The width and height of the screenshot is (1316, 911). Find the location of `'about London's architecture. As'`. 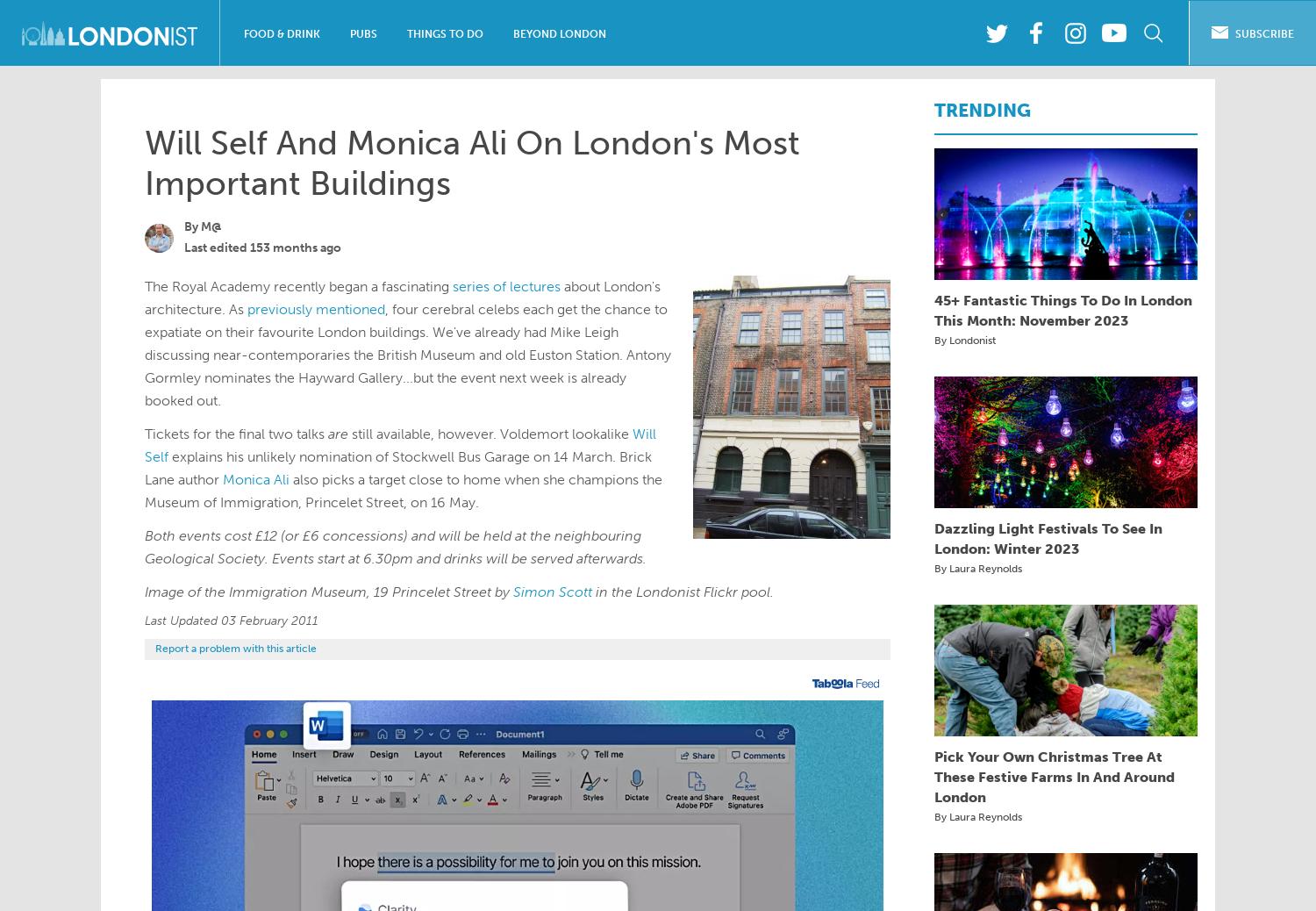

'about London's architecture. As' is located at coordinates (145, 298).